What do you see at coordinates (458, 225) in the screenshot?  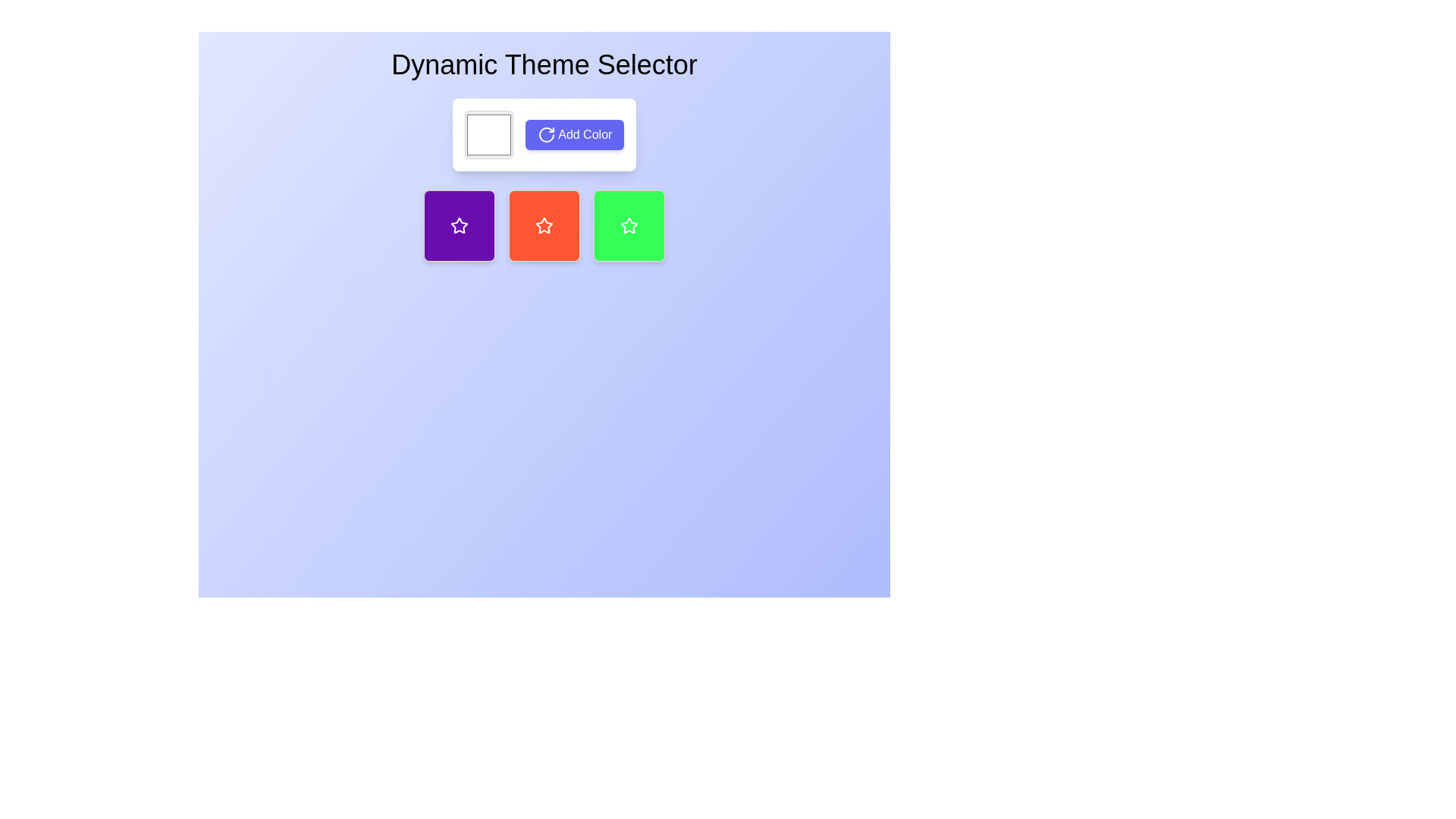 I see `the leftmost color tile in the Dynamic Theme Selector` at bounding box center [458, 225].